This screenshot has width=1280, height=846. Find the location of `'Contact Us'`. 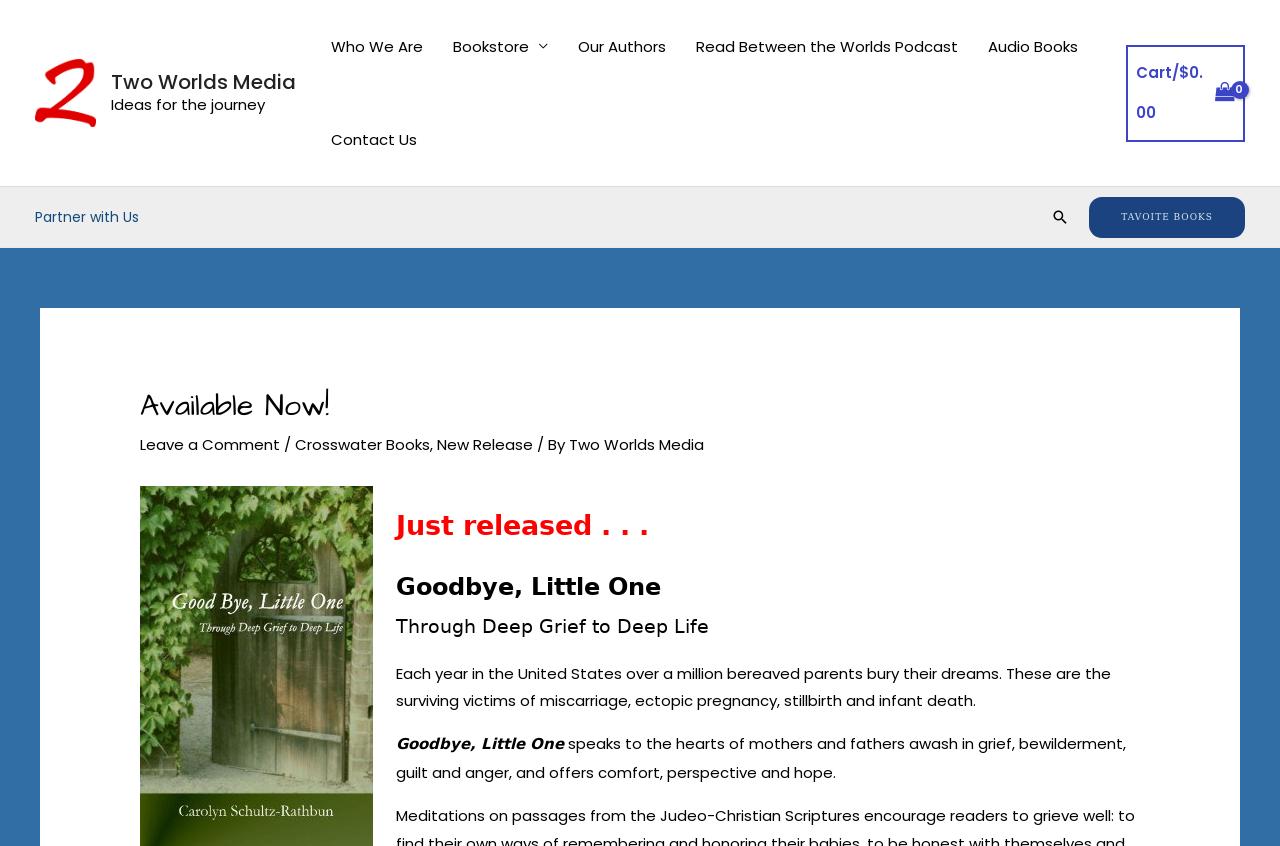

'Contact Us' is located at coordinates (374, 139).